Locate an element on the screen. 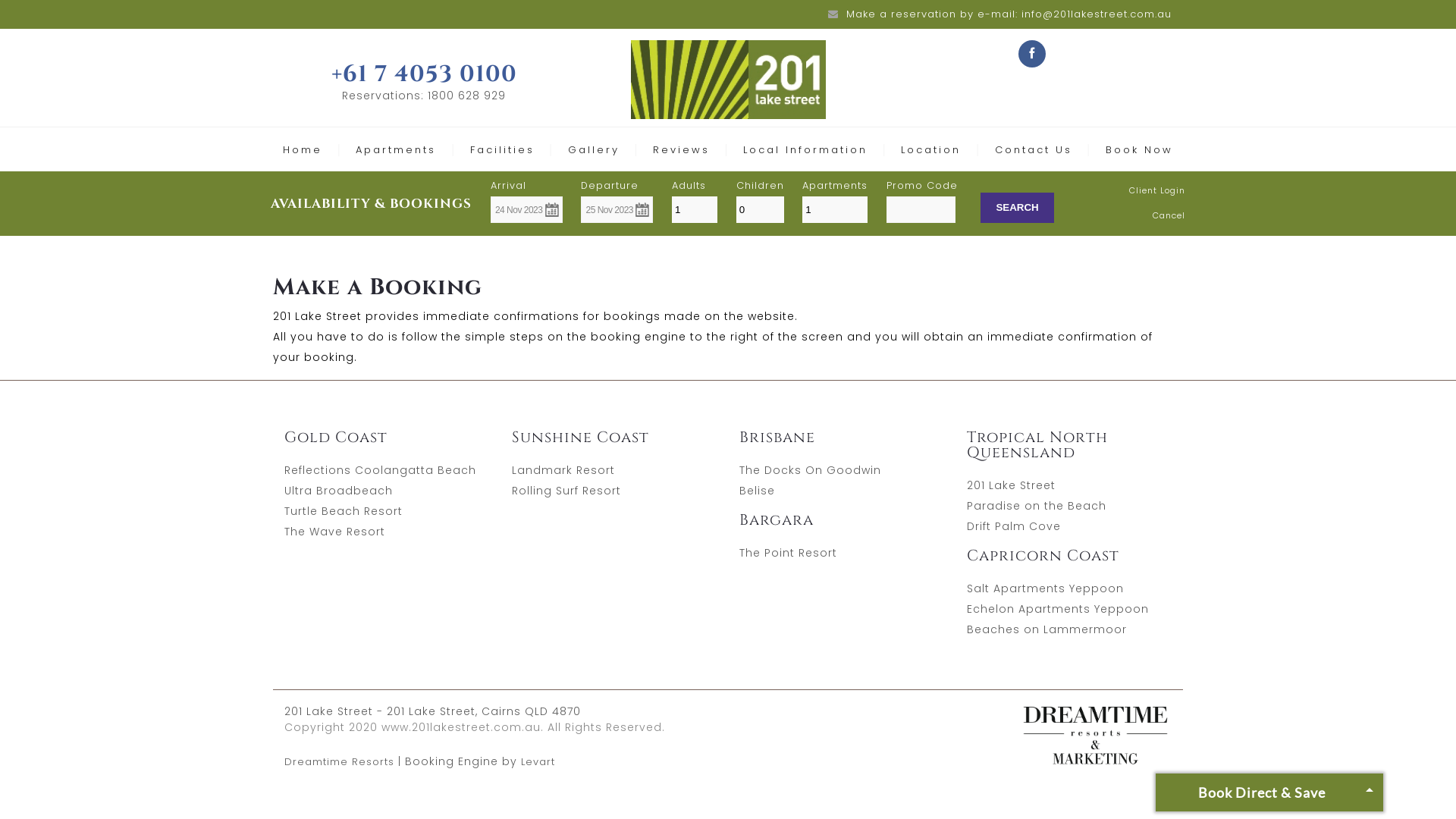 The width and height of the screenshot is (1456, 819). 'Contact Us' is located at coordinates (1033, 149).